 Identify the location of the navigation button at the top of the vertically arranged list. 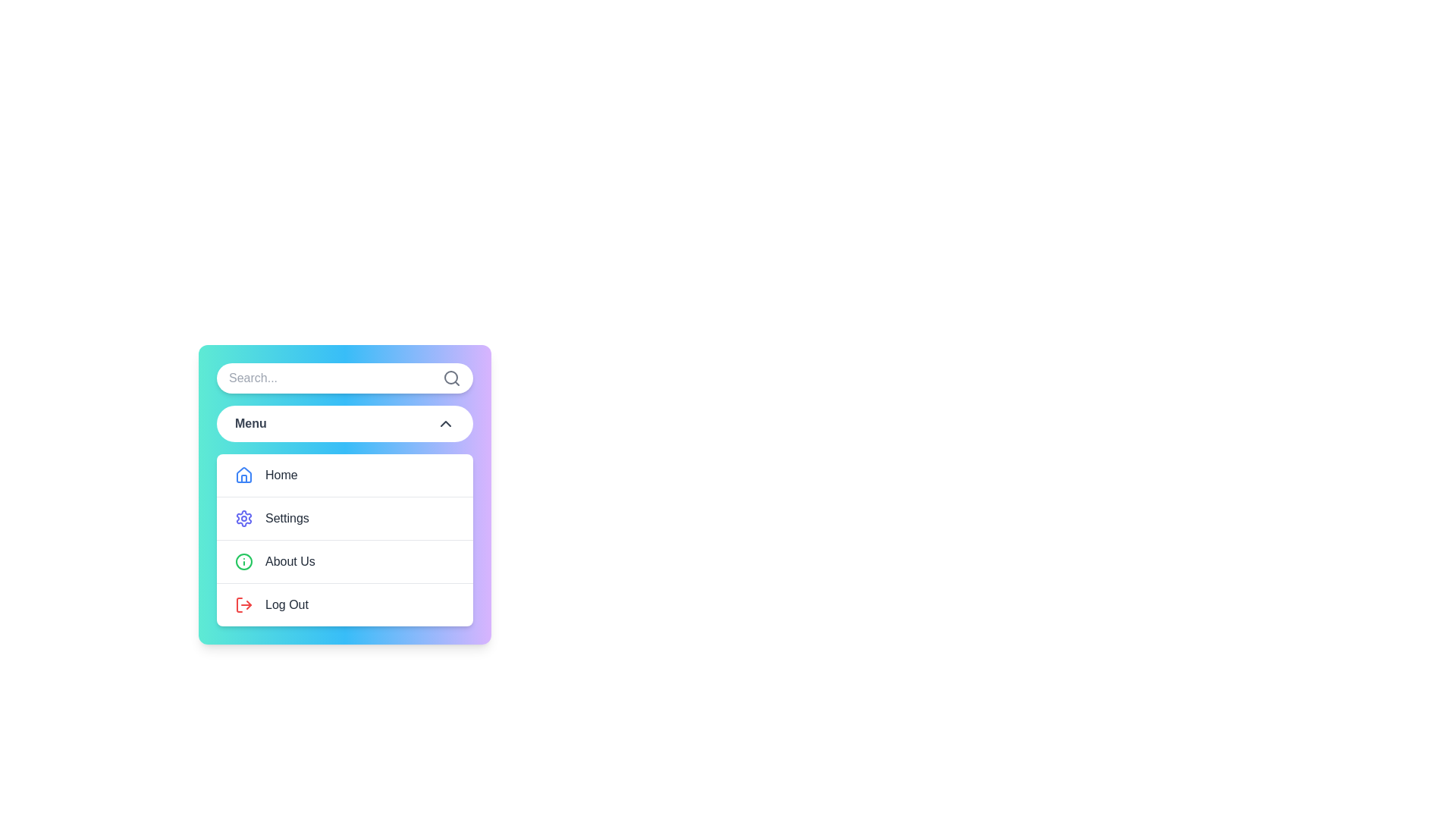
(344, 475).